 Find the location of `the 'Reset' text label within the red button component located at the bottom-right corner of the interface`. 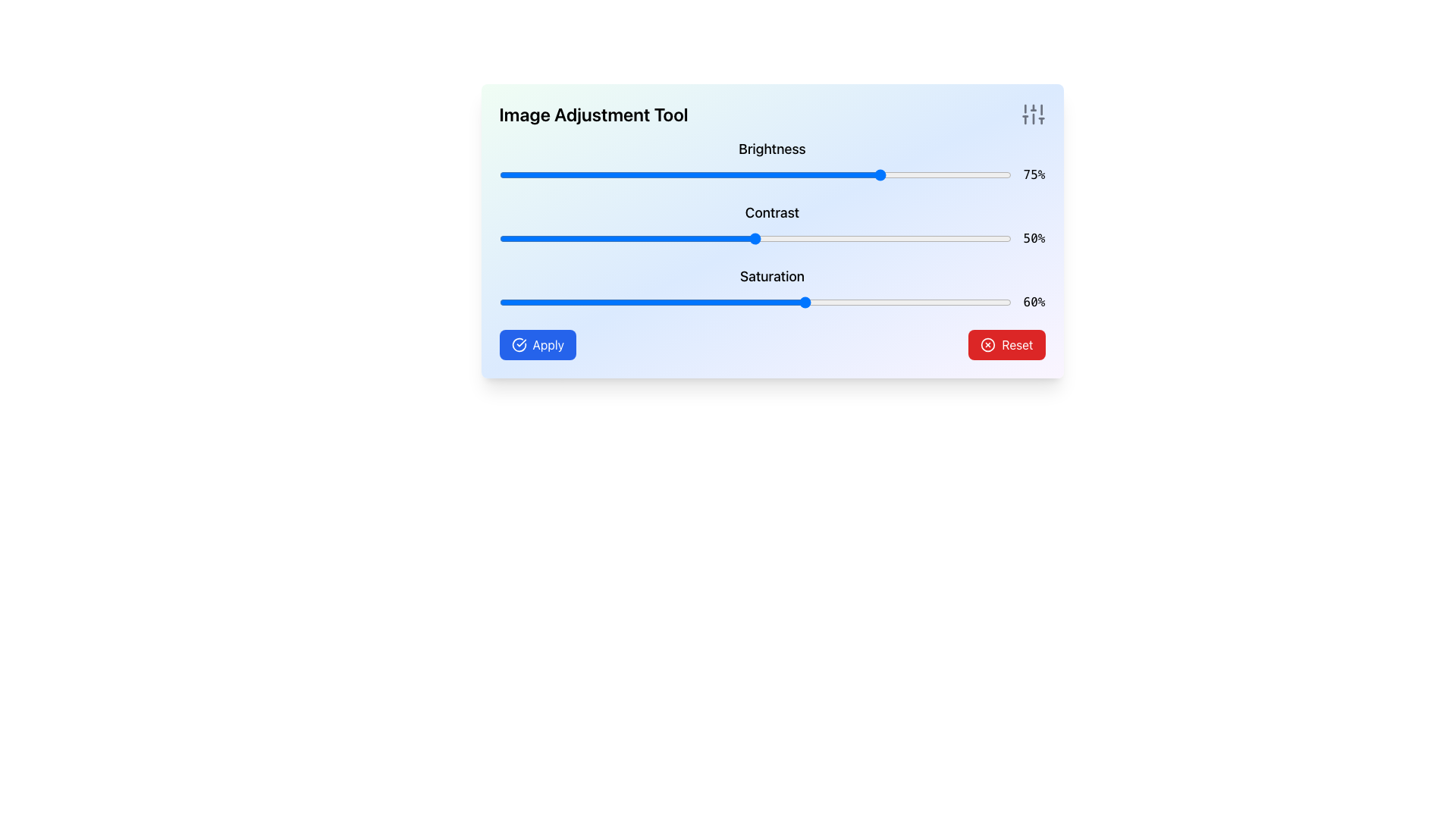

the 'Reset' text label within the red button component located at the bottom-right corner of the interface is located at coordinates (1017, 345).